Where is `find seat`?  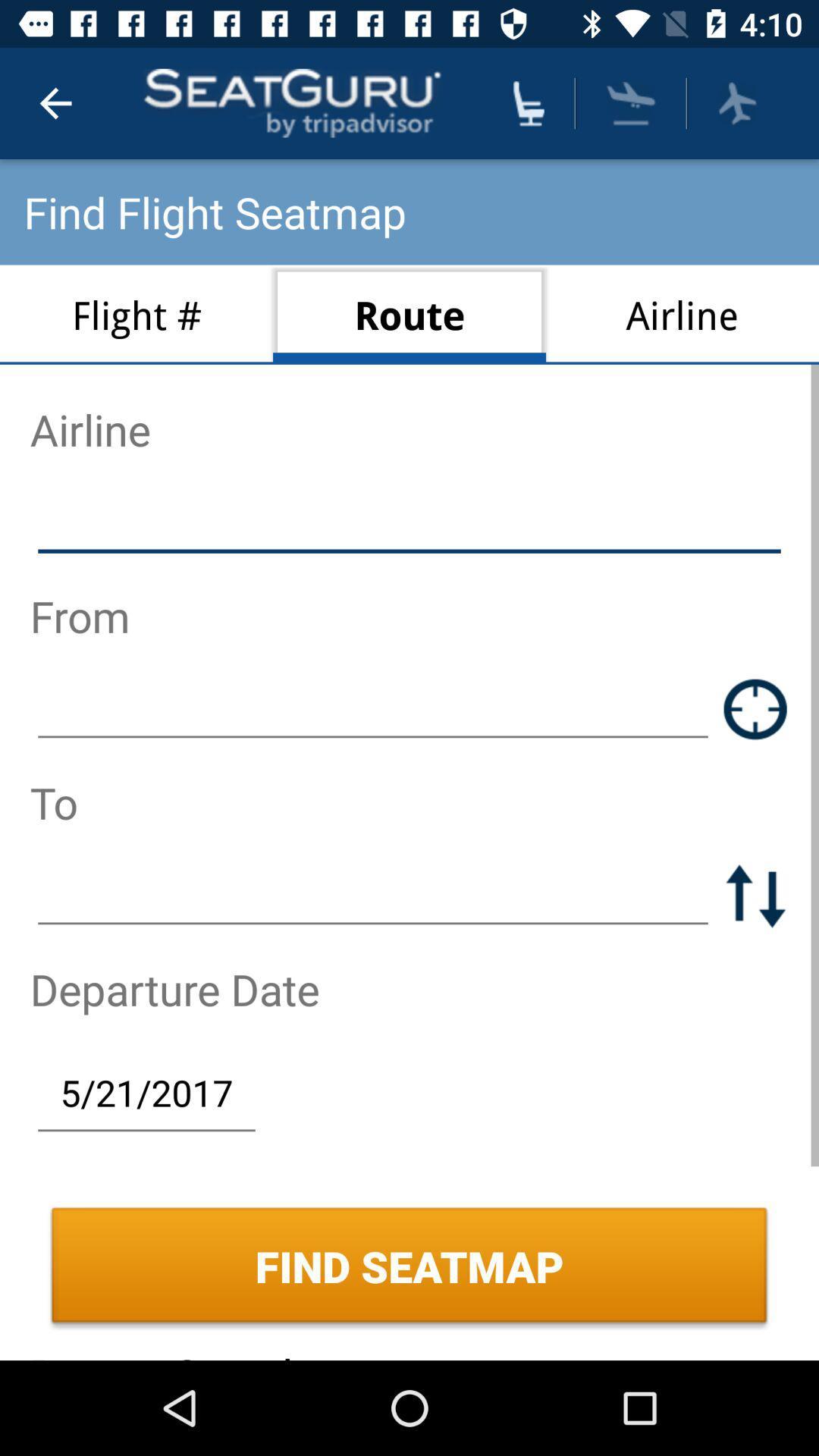 find seat is located at coordinates (528, 102).